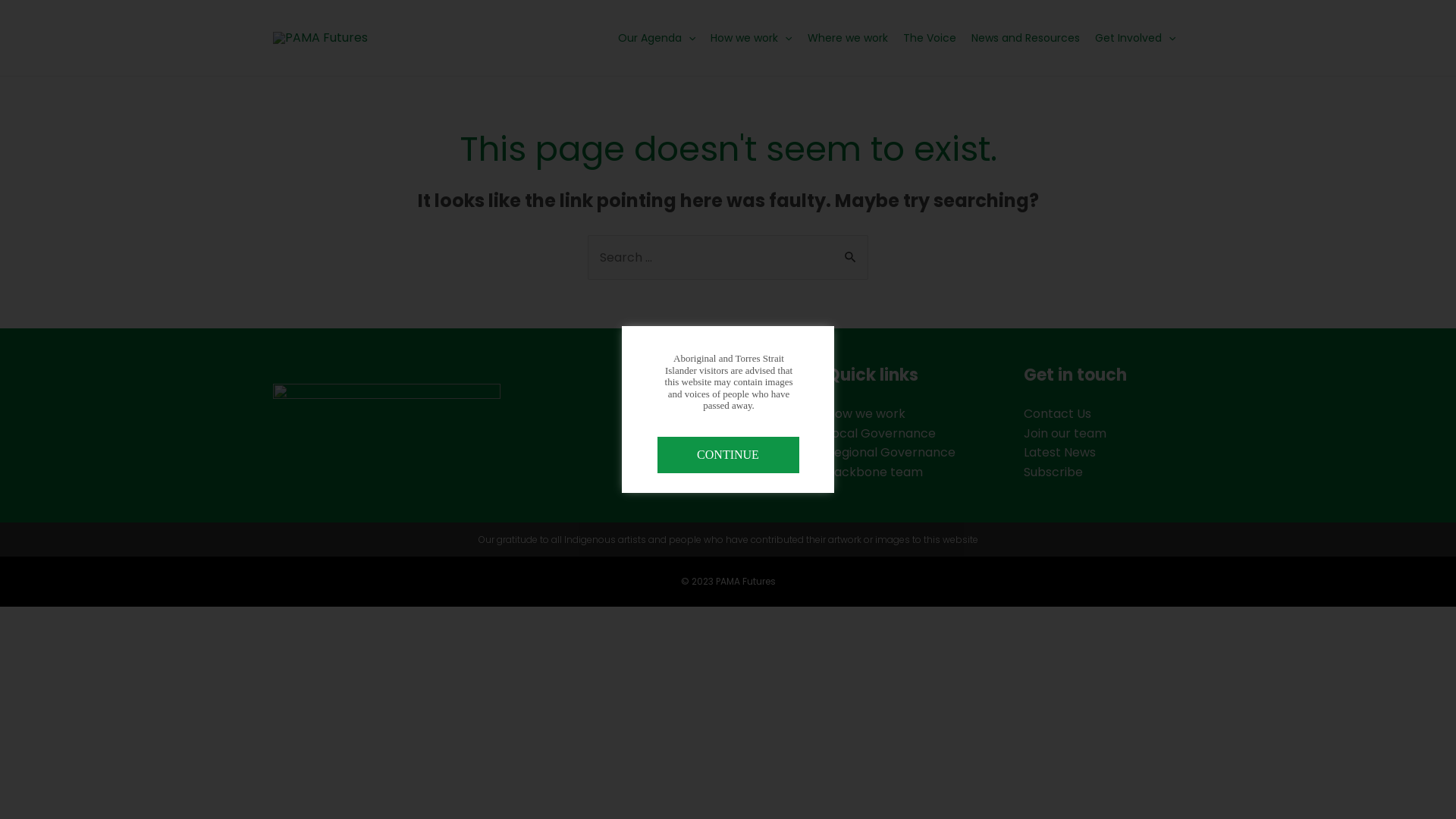 This screenshot has height=819, width=1456. Describe the element at coordinates (847, 37) in the screenshot. I see `'Where we work'` at that location.